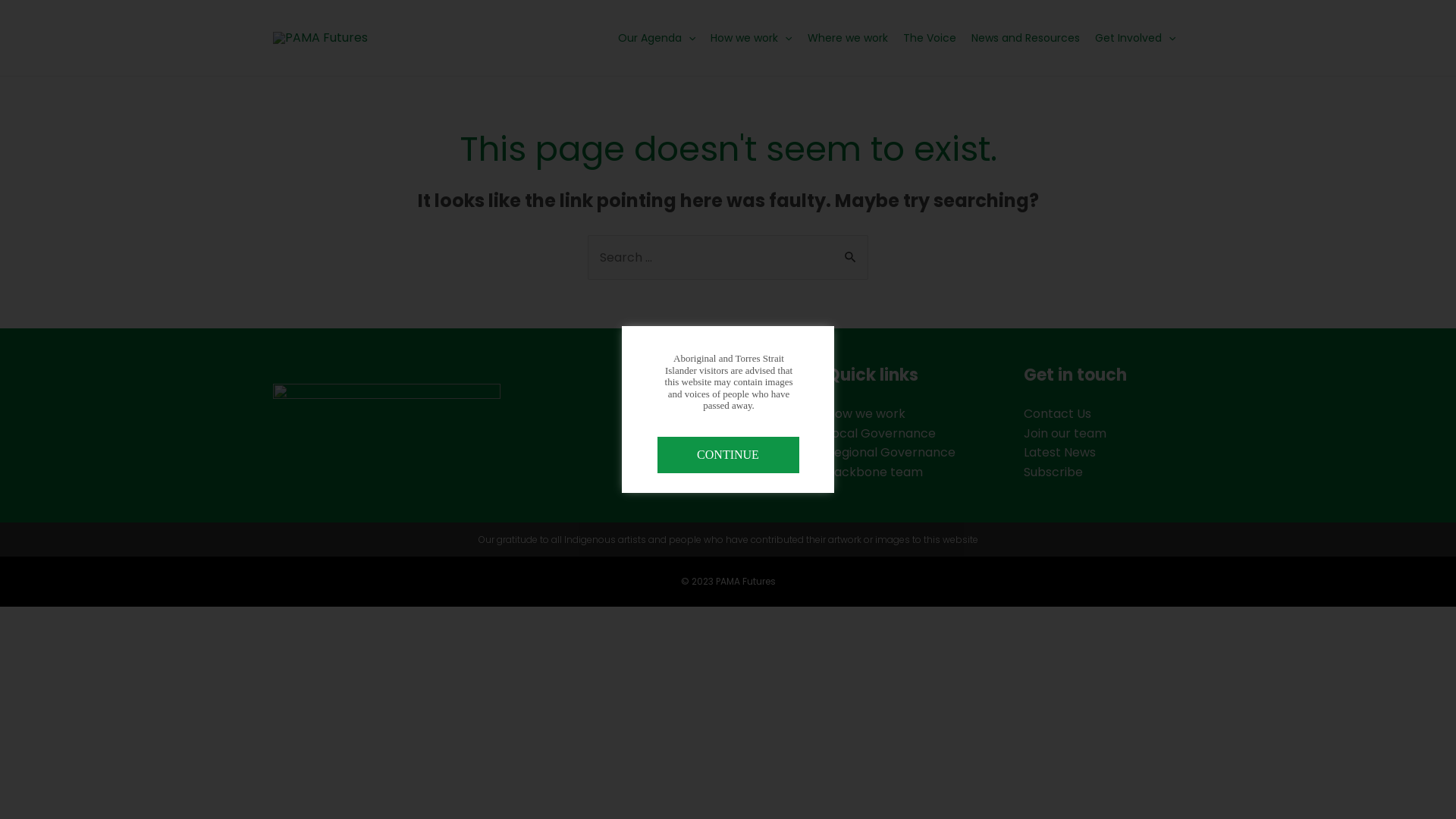 This screenshot has height=819, width=1456. Describe the element at coordinates (847, 37) in the screenshot. I see `'Where we work'` at that location.